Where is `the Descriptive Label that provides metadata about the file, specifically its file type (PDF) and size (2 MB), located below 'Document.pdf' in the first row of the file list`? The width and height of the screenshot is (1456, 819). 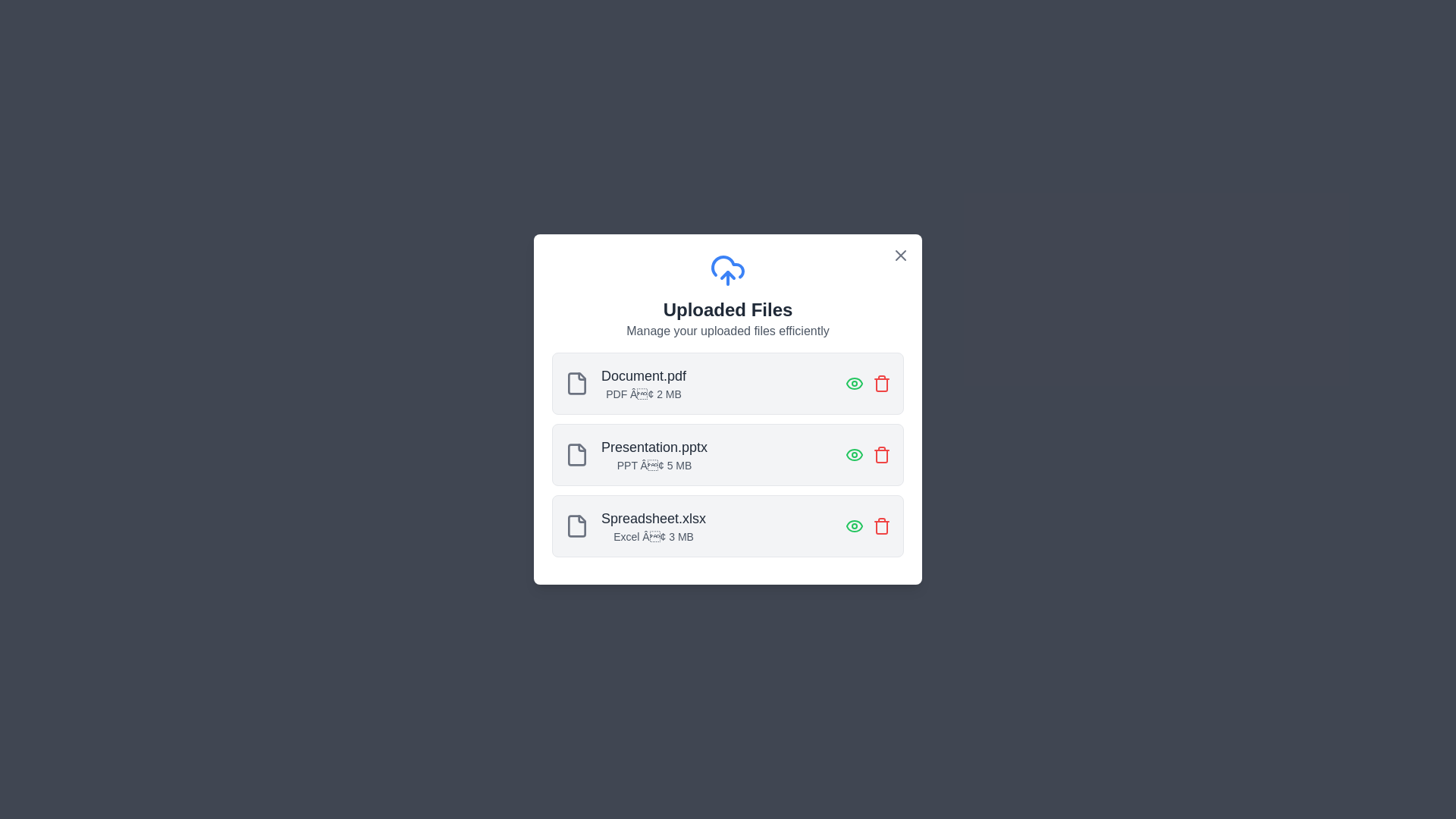 the Descriptive Label that provides metadata about the file, specifically its file type (PDF) and size (2 MB), located below 'Document.pdf' in the first row of the file list is located at coordinates (644, 382).